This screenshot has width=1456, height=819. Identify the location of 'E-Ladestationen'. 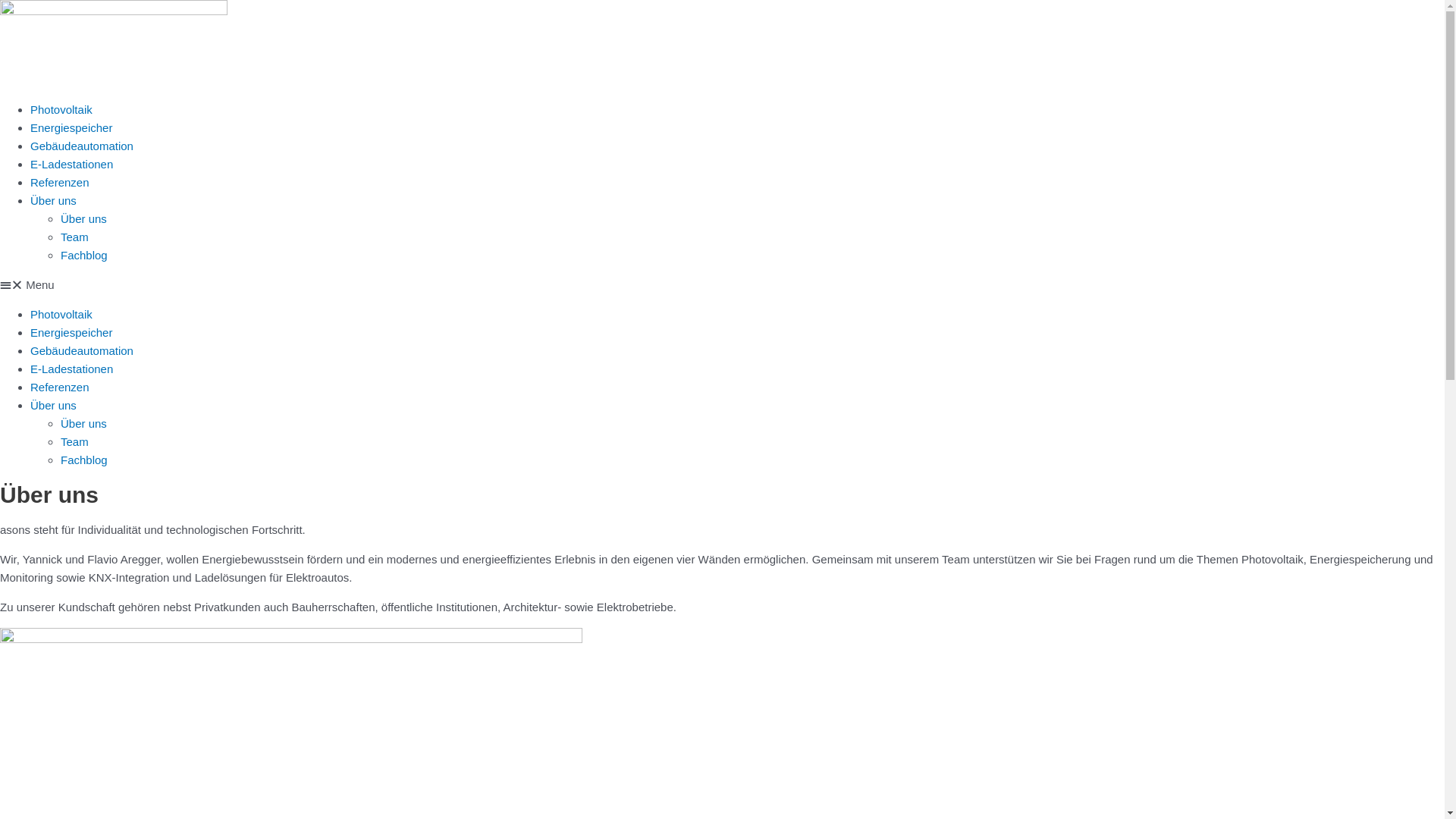
(71, 369).